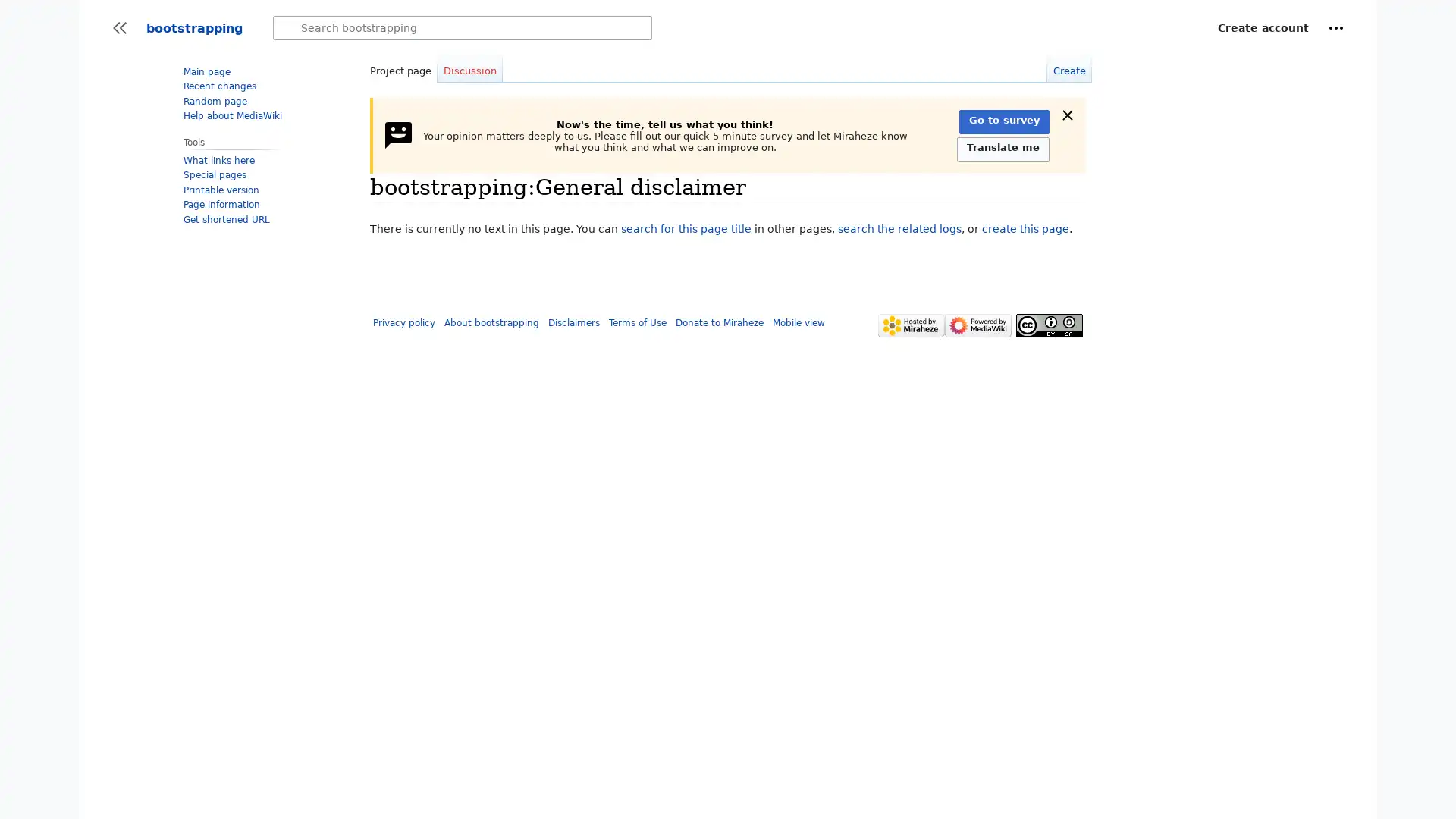  What do you see at coordinates (287, 28) in the screenshot?
I see `Go` at bounding box center [287, 28].